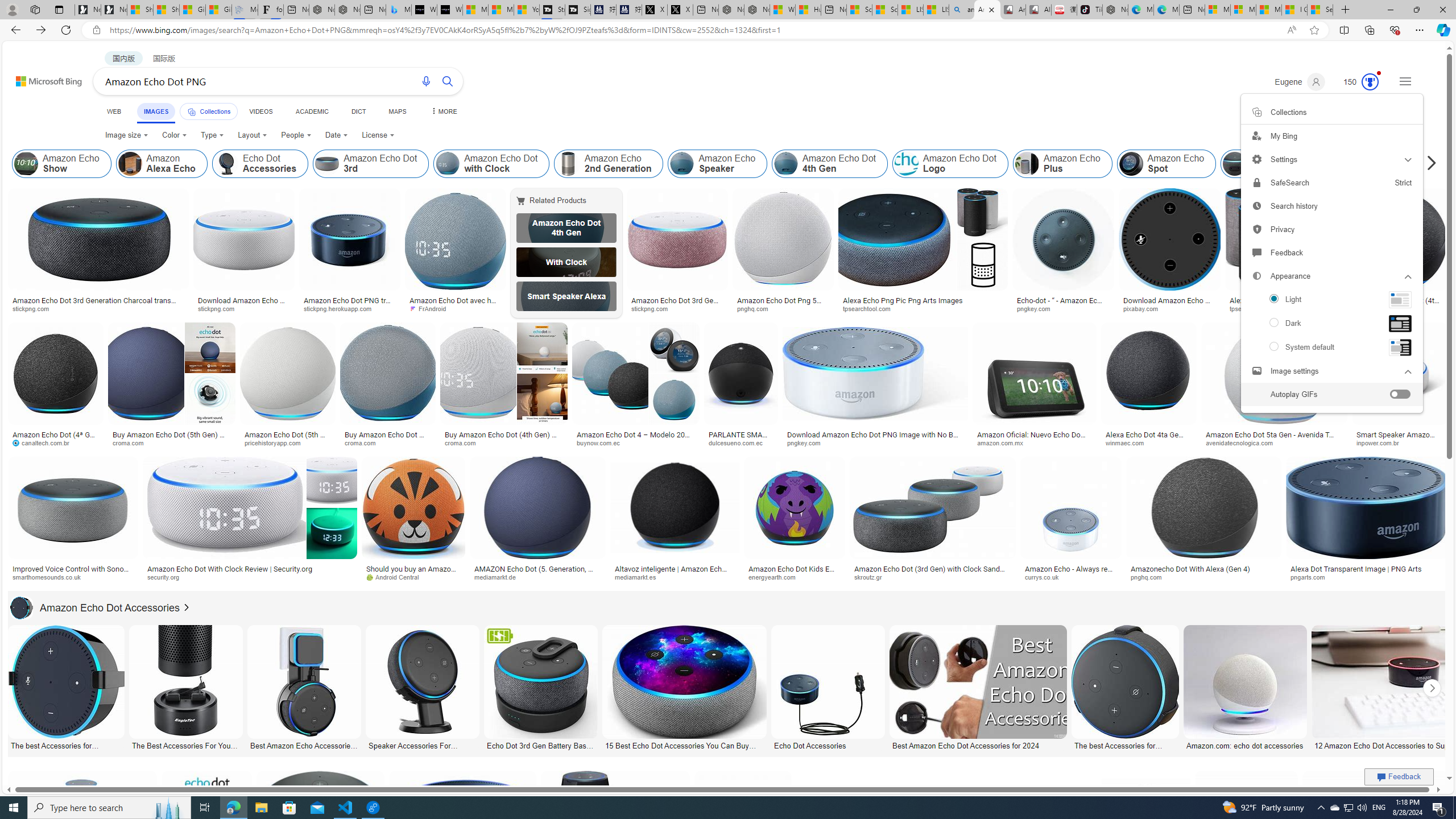 The image size is (1456, 819). What do you see at coordinates (126, 135) in the screenshot?
I see `'Image size'` at bounding box center [126, 135].